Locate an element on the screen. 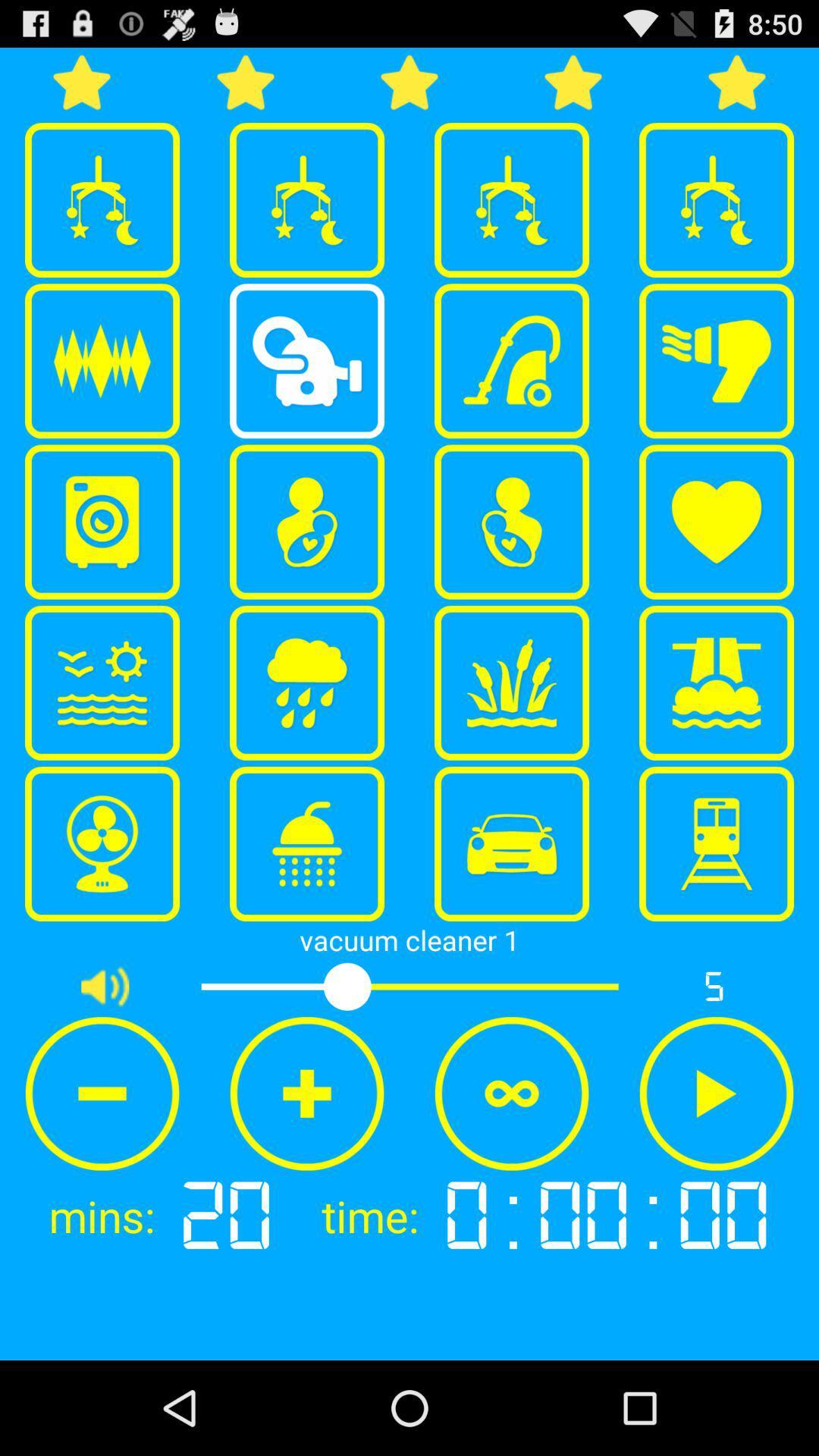 The height and width of the screenshot is (1456, 819). the item above vacuum cleaner 1 icon is located at coordinates (512, 843).